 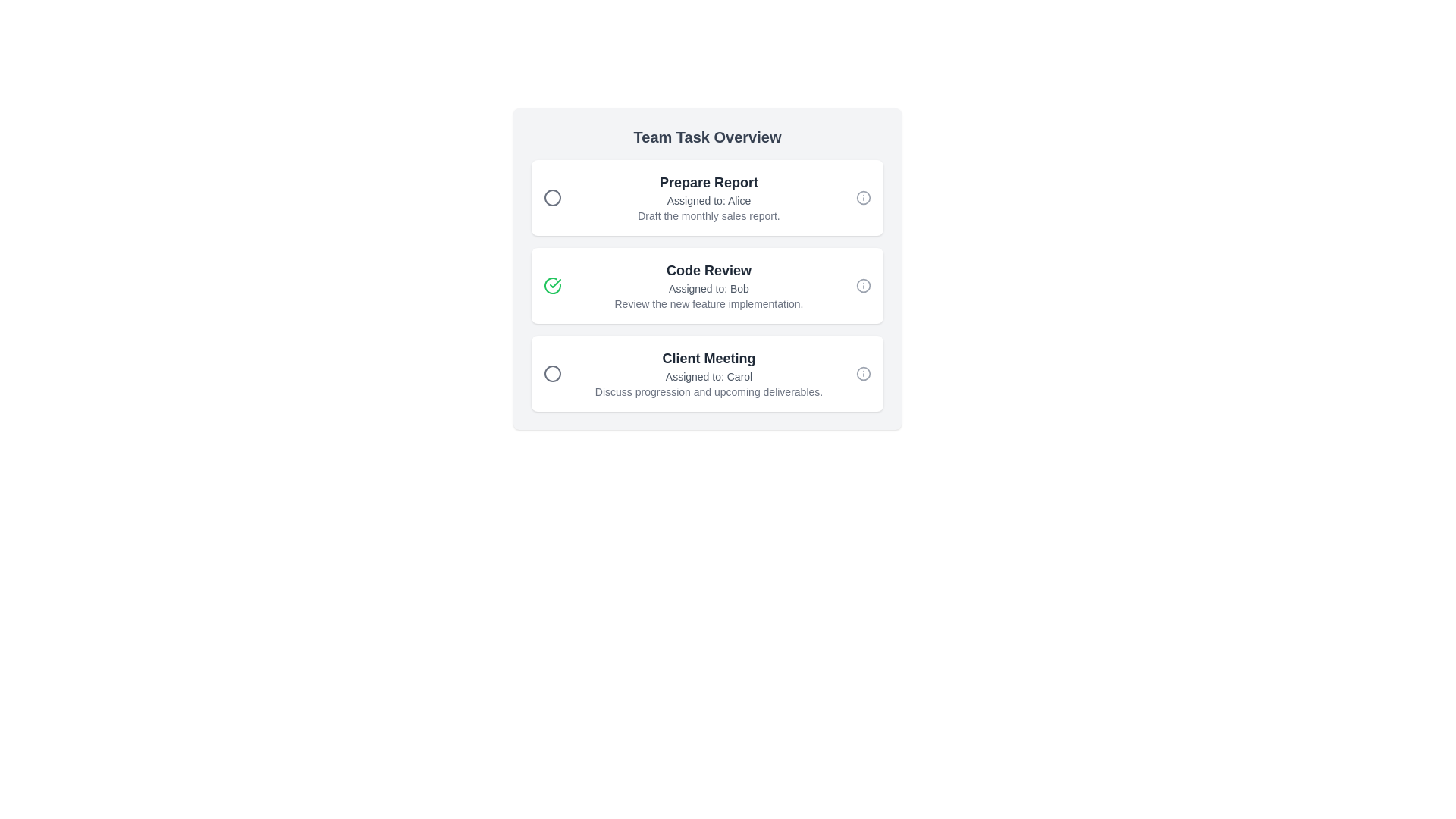 What do you see at coordinates (552, 374) in the screenshot?
I see `the Circle graphic icon that indicates the status of the 'Client Meeting' task, positioned adjacent to the left of the main task text` at bounding box center [552, 374].